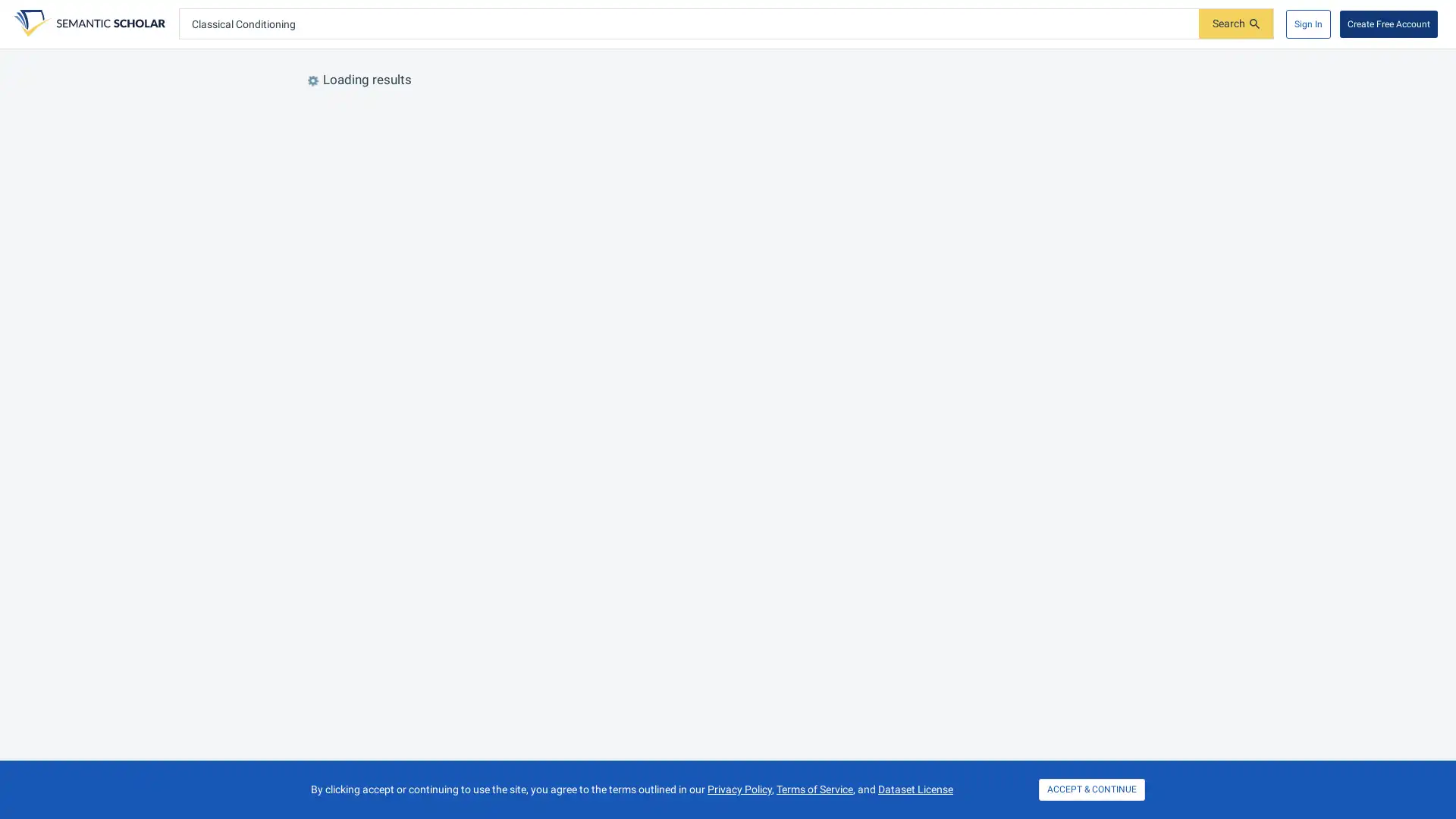  What do you see at coordinates (416, 604) in the screenshot?
I see `Save to Library` at bounding box center [416, 604].